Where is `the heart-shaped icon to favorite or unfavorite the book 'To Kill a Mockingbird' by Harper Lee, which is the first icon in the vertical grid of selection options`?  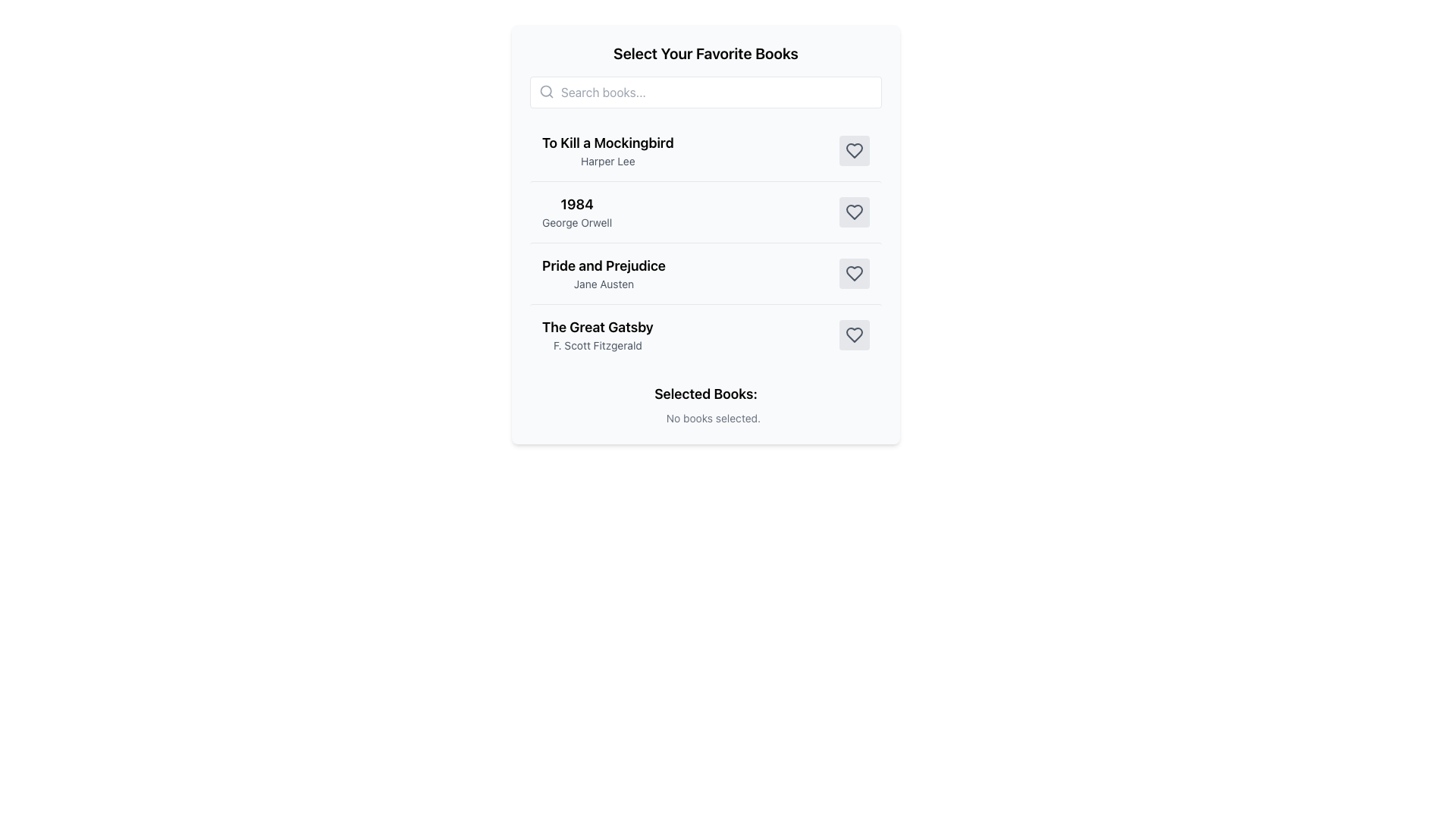 the heart-shaped icon to favorite or unfavorite the book 'To Kill a Mockingbird' by Harper Lee, which is the first icon in the vertical grid of selection options is located at coordinates (855, 151).